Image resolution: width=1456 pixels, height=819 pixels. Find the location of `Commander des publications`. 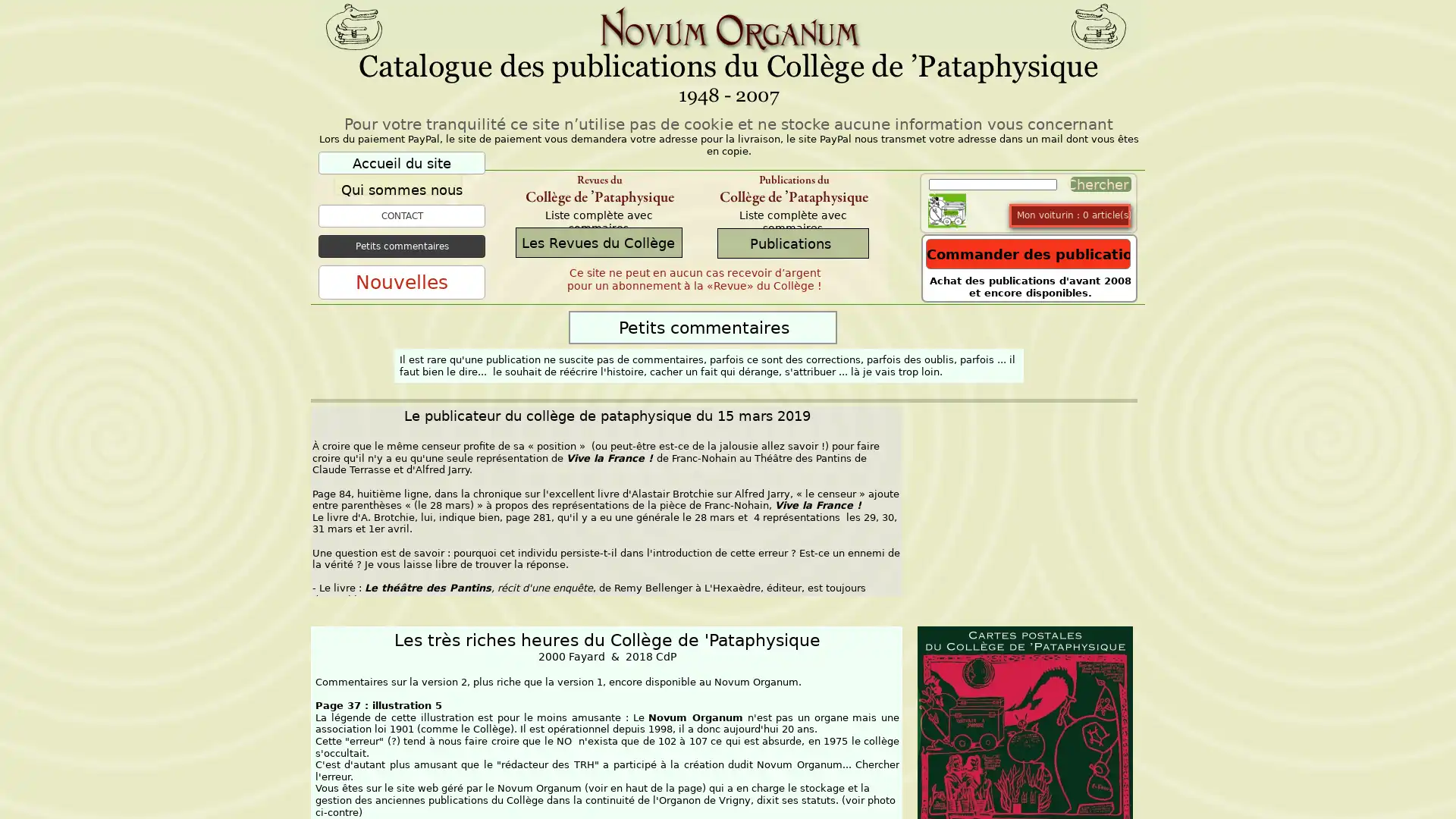

Commander des publications is located at coordinates (1028, 253).